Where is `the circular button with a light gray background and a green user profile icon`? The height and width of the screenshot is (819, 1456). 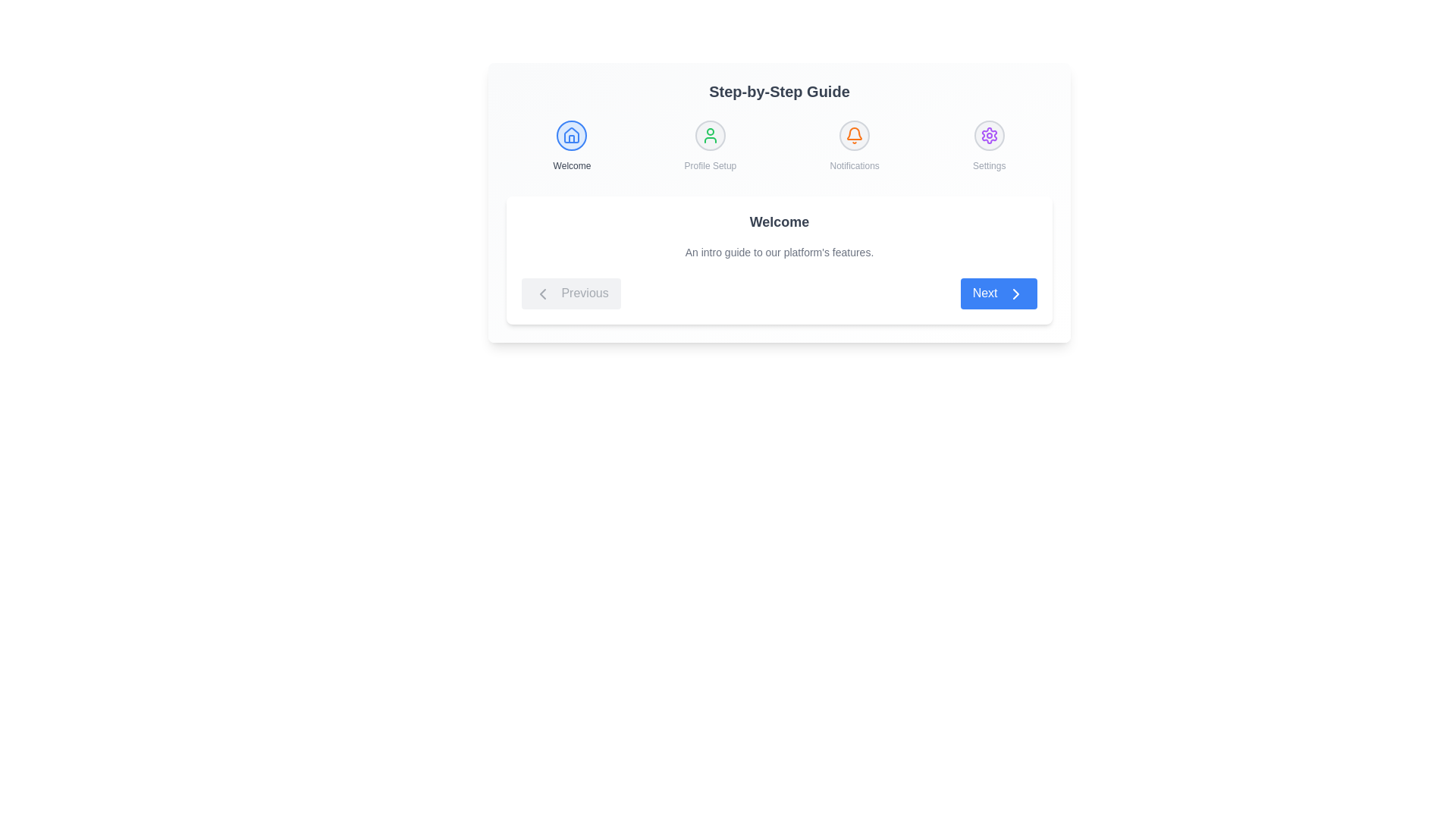
the circular button with a light gray background and a green user profile icon is located at coordinates (709, 134).